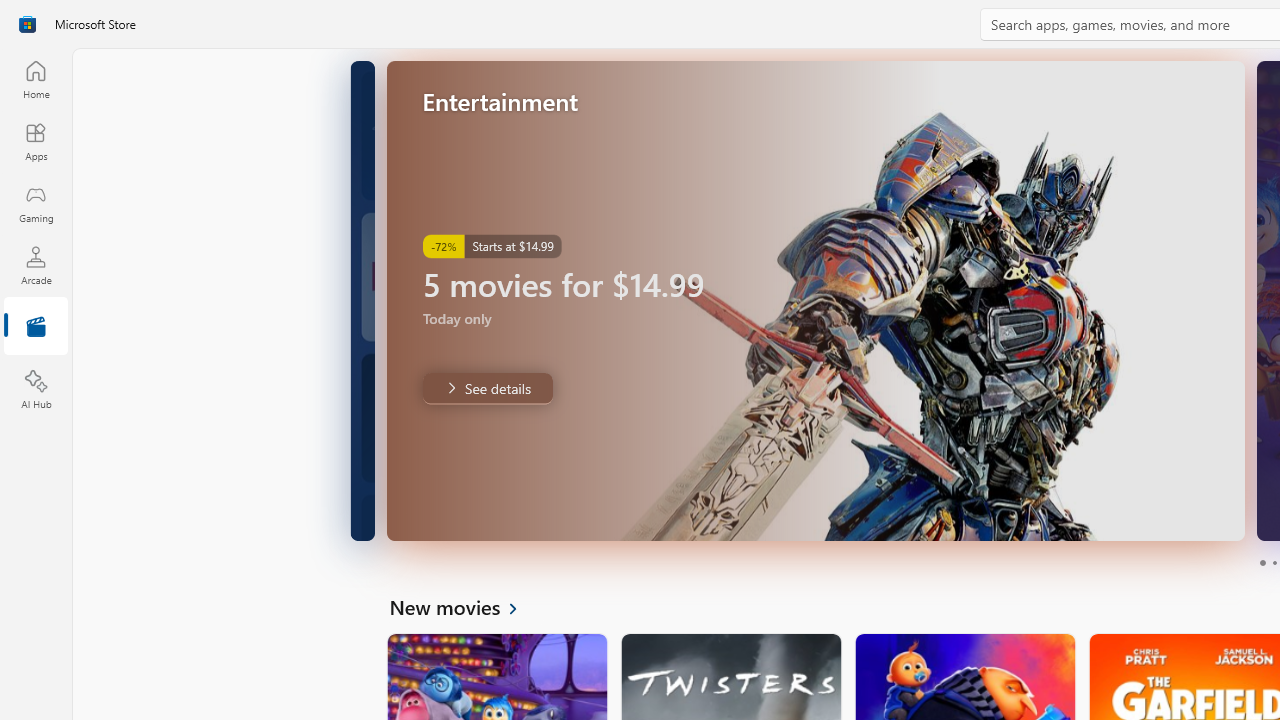 The width and height of the screenshot is (1280, 720). I want to click on 'See all  New movies', so click(464, 605).